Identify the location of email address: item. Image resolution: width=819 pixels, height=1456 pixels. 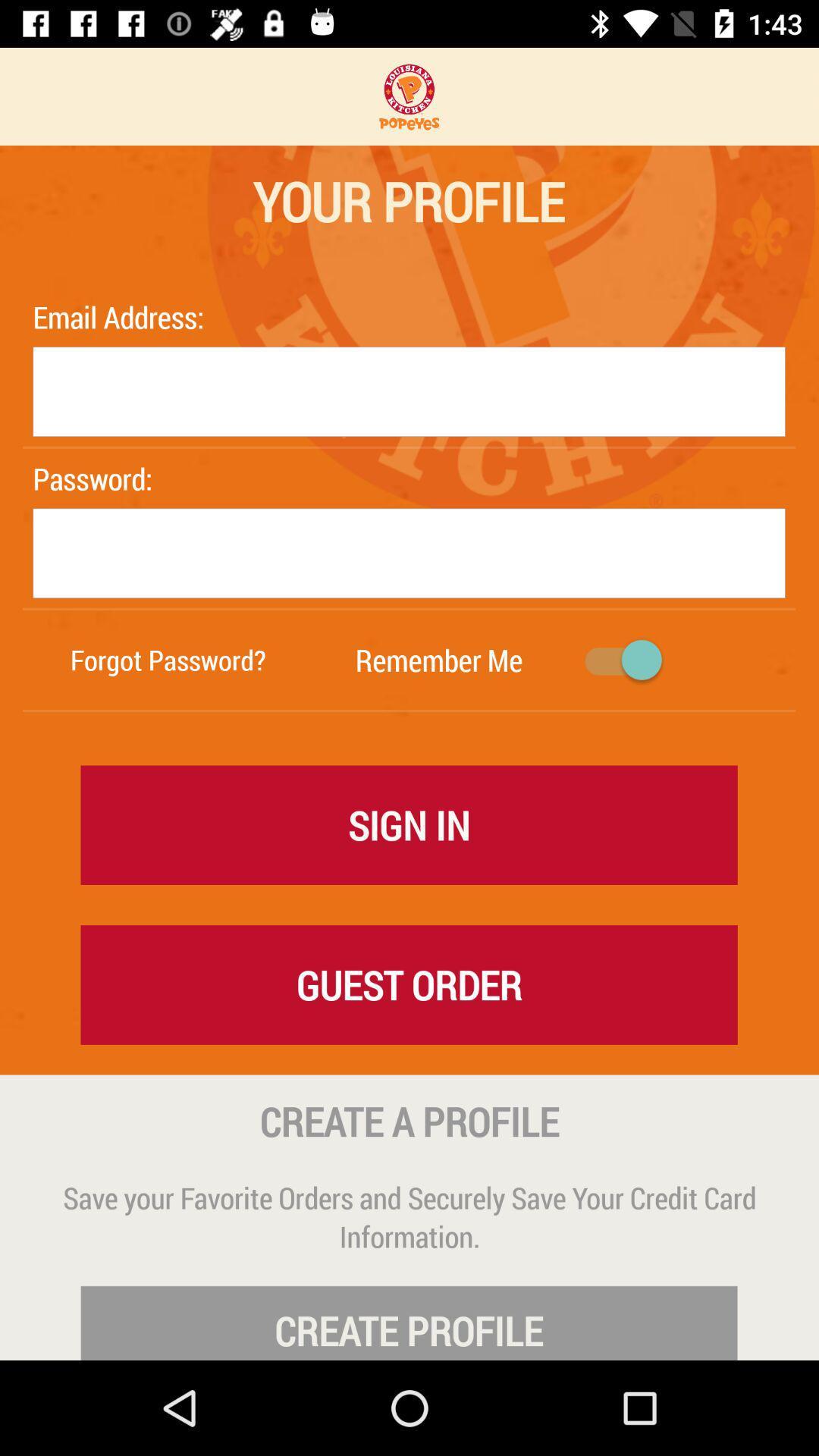
(121, 316).